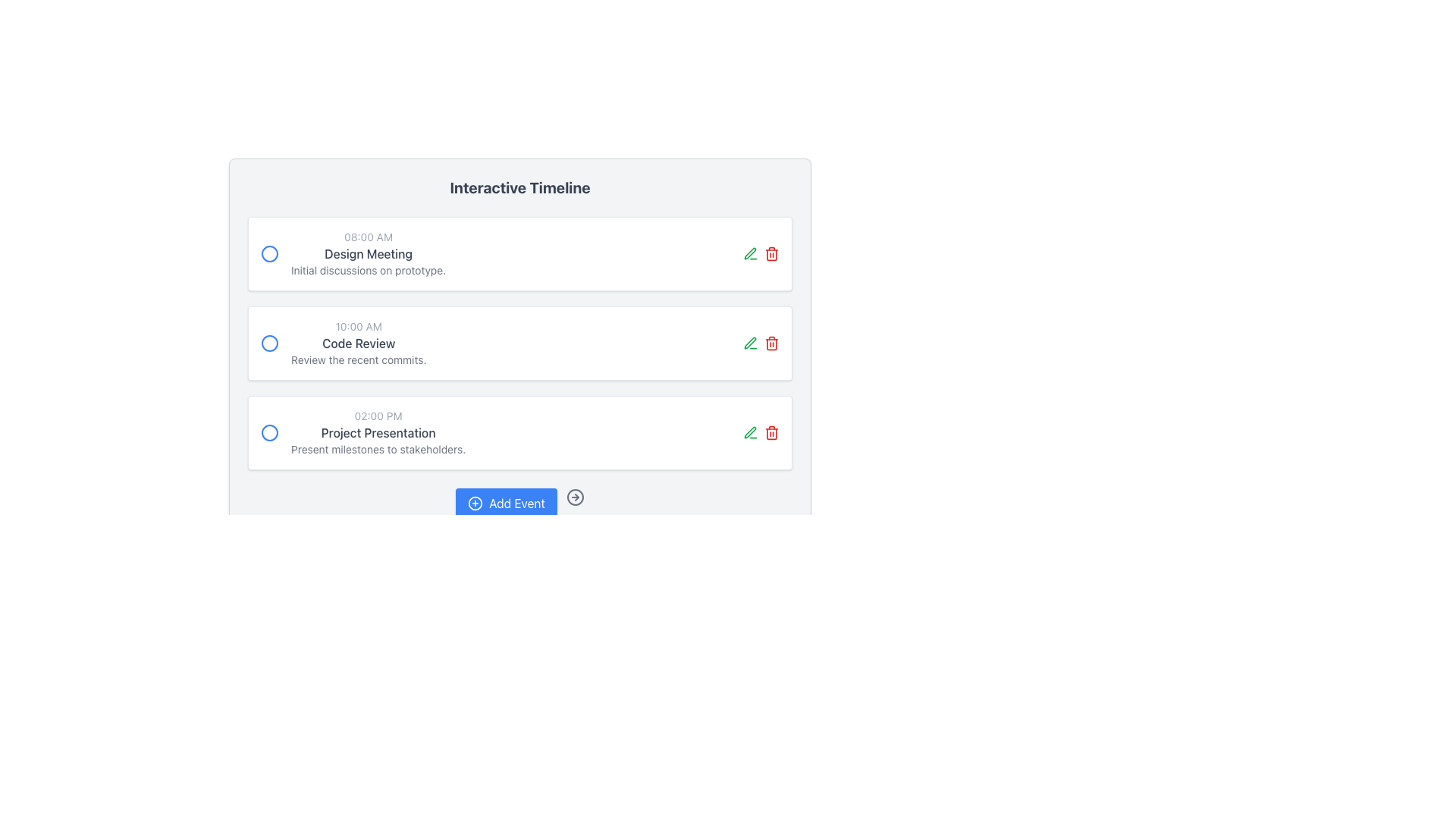 This screenshot has height=819, width=1456. Describe the element at coordinates (750, 432) in the screenshot. I see `the edit icon located to the left of the trash bin icon in the timeline entry for 'Project Presentation'` at that location.